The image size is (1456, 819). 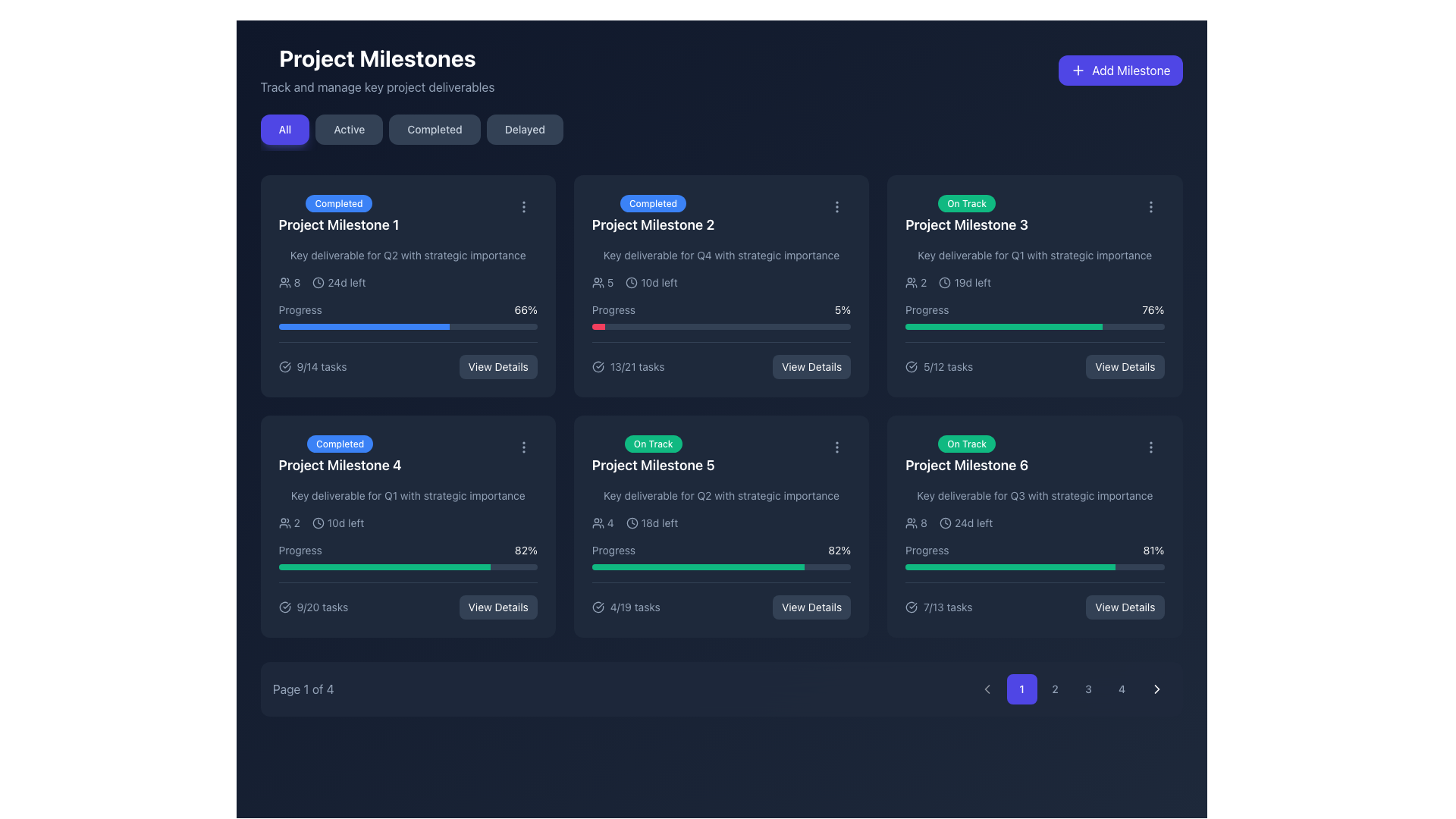 What do you see at coordinates (408, 567) in the screenshot?
I see `the Progress Bar located within the card labeled 'Project Milestone 4' in the second row, first column of the grid layout, which visually represents 82% completion of the task` at bounding box center [408, 567].